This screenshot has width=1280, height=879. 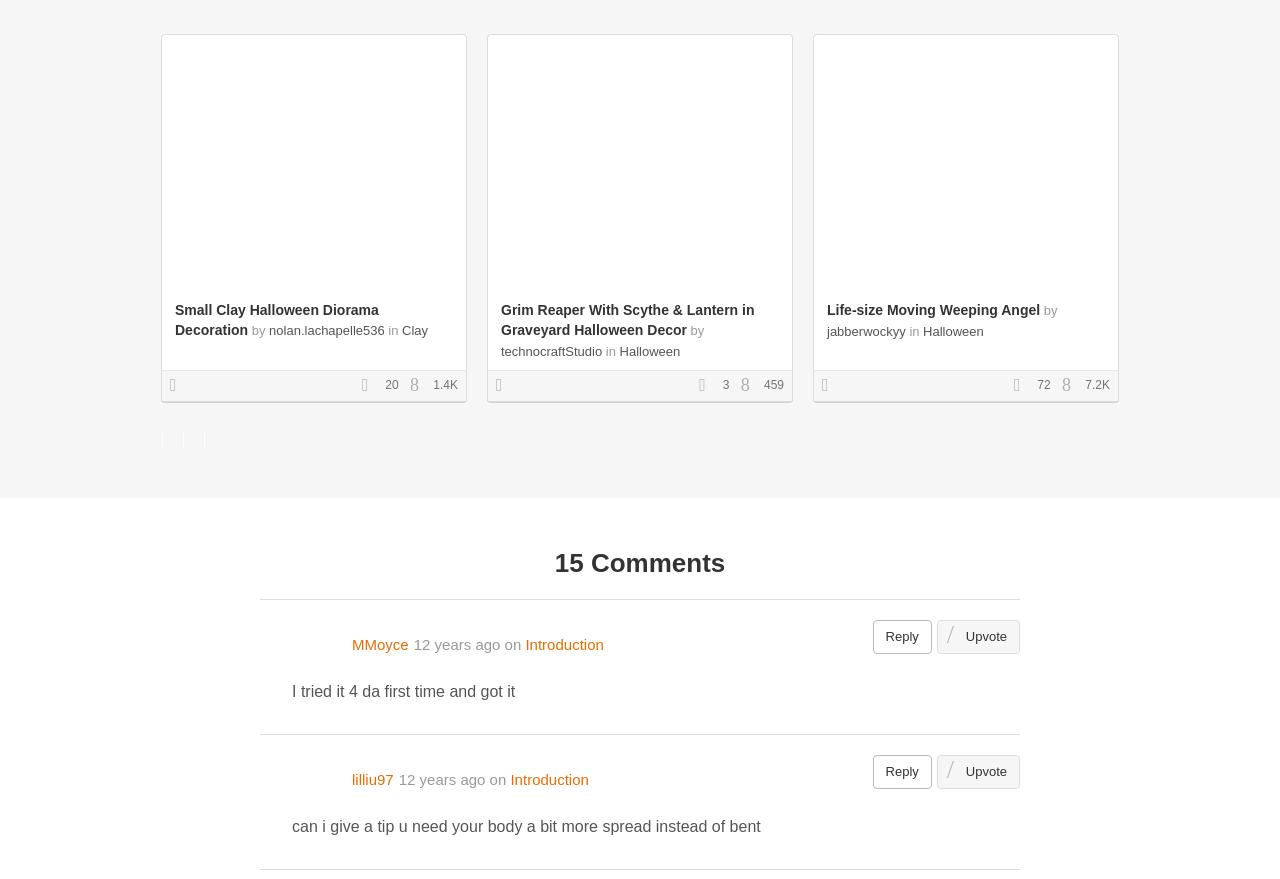 What do you see at coordinates (525, 825) in the screenshot?
I see `'can i give a tip u need your body a bit more spread instead of bent'` at bounding box center [525, 825].